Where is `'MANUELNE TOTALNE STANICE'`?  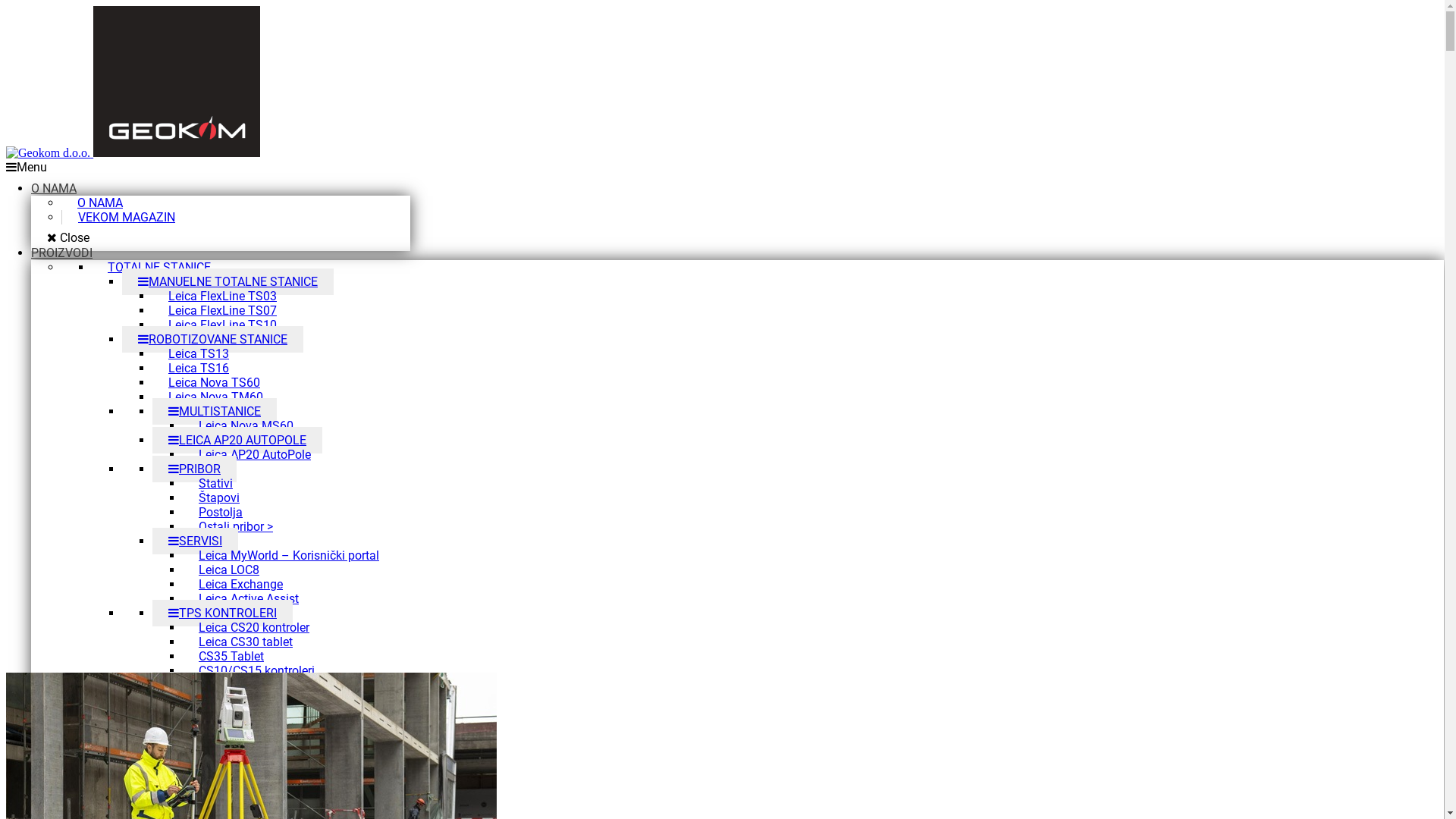
'MANUELNE TOTALNE STANICE' is located at coordinates (227, 281).